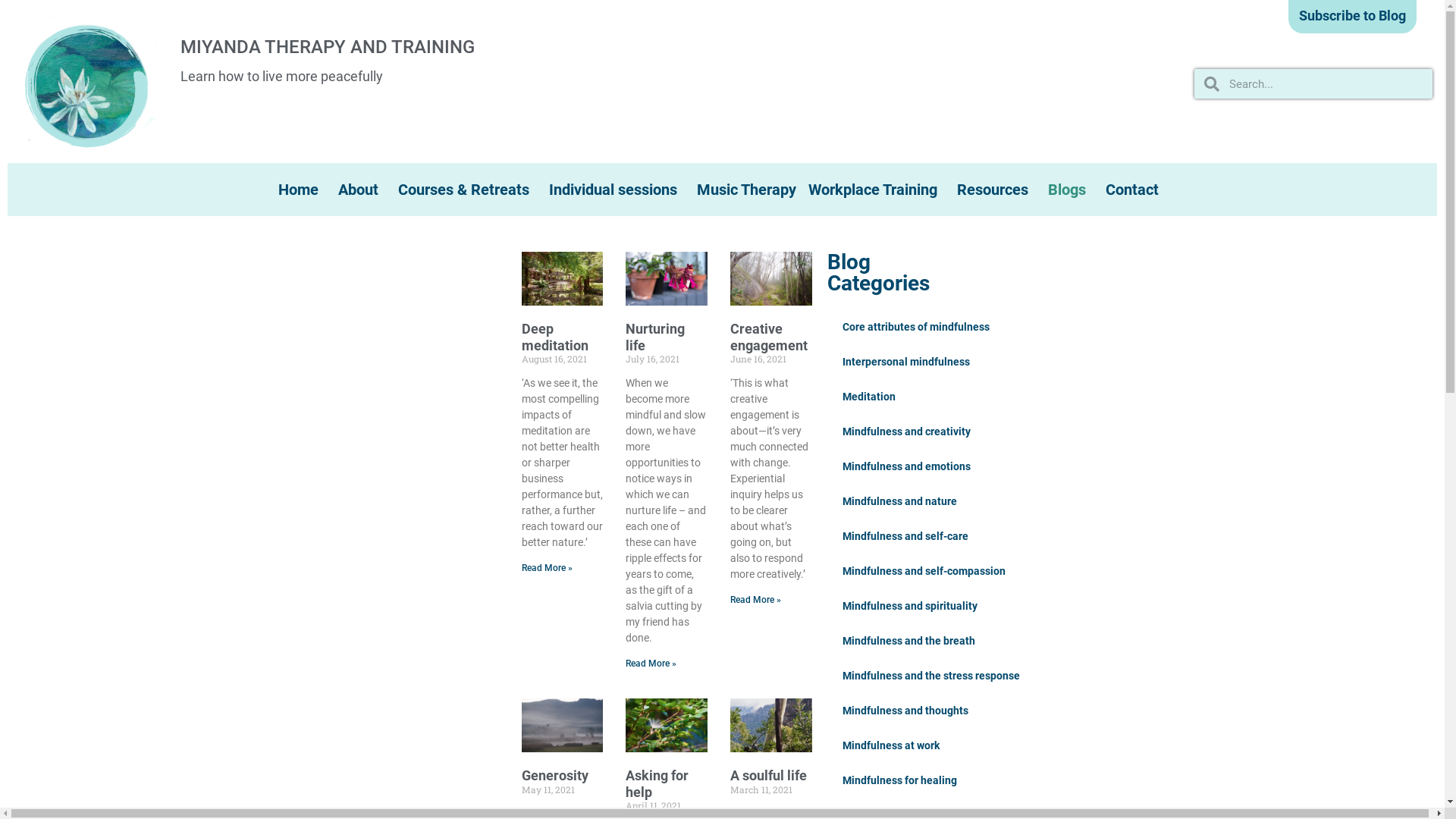  I want to click on 'Workplace Training', so click(877, 189).